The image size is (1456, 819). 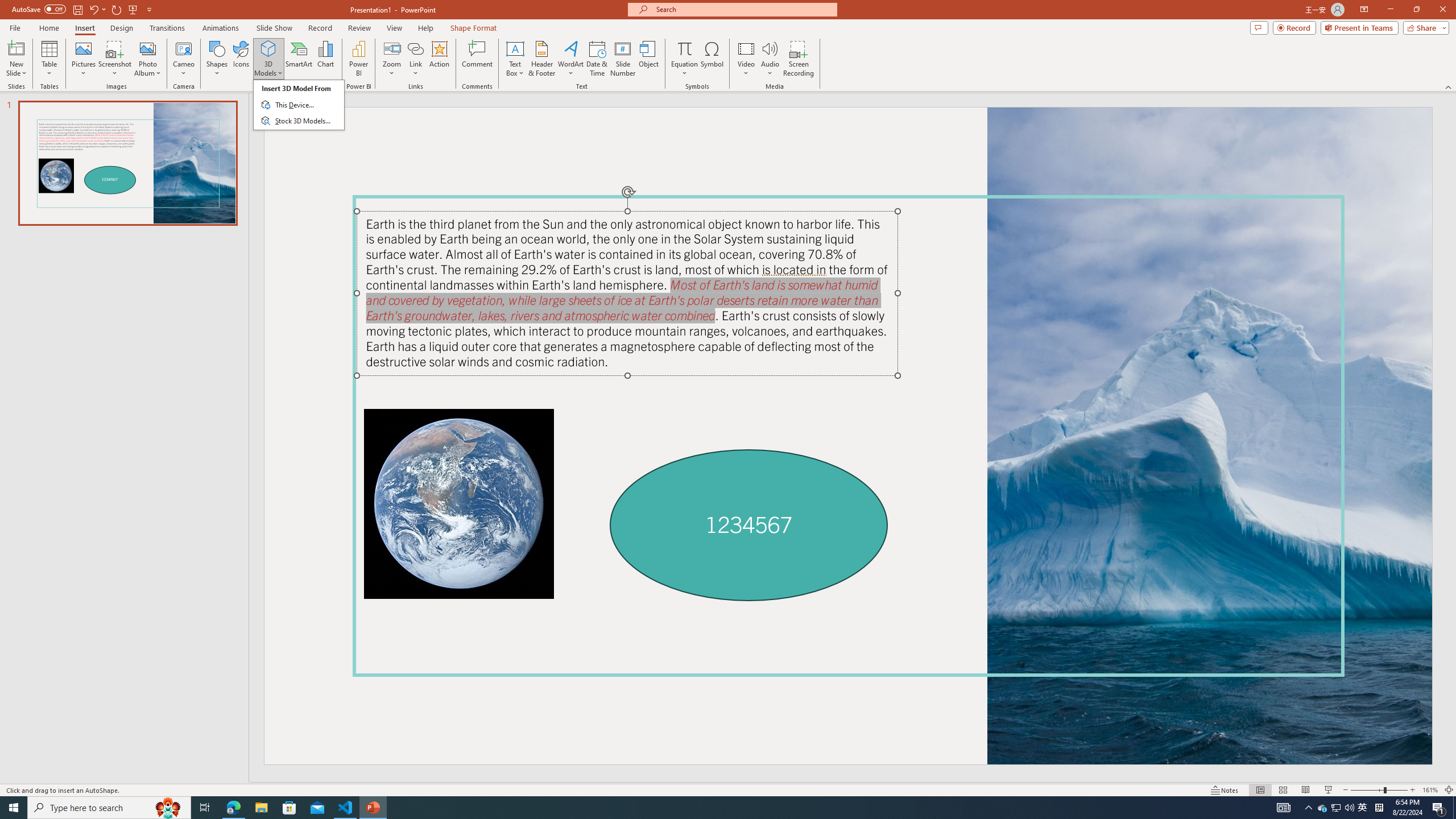 I want to click on 'Date & Time...', so click(x=596, y=59).